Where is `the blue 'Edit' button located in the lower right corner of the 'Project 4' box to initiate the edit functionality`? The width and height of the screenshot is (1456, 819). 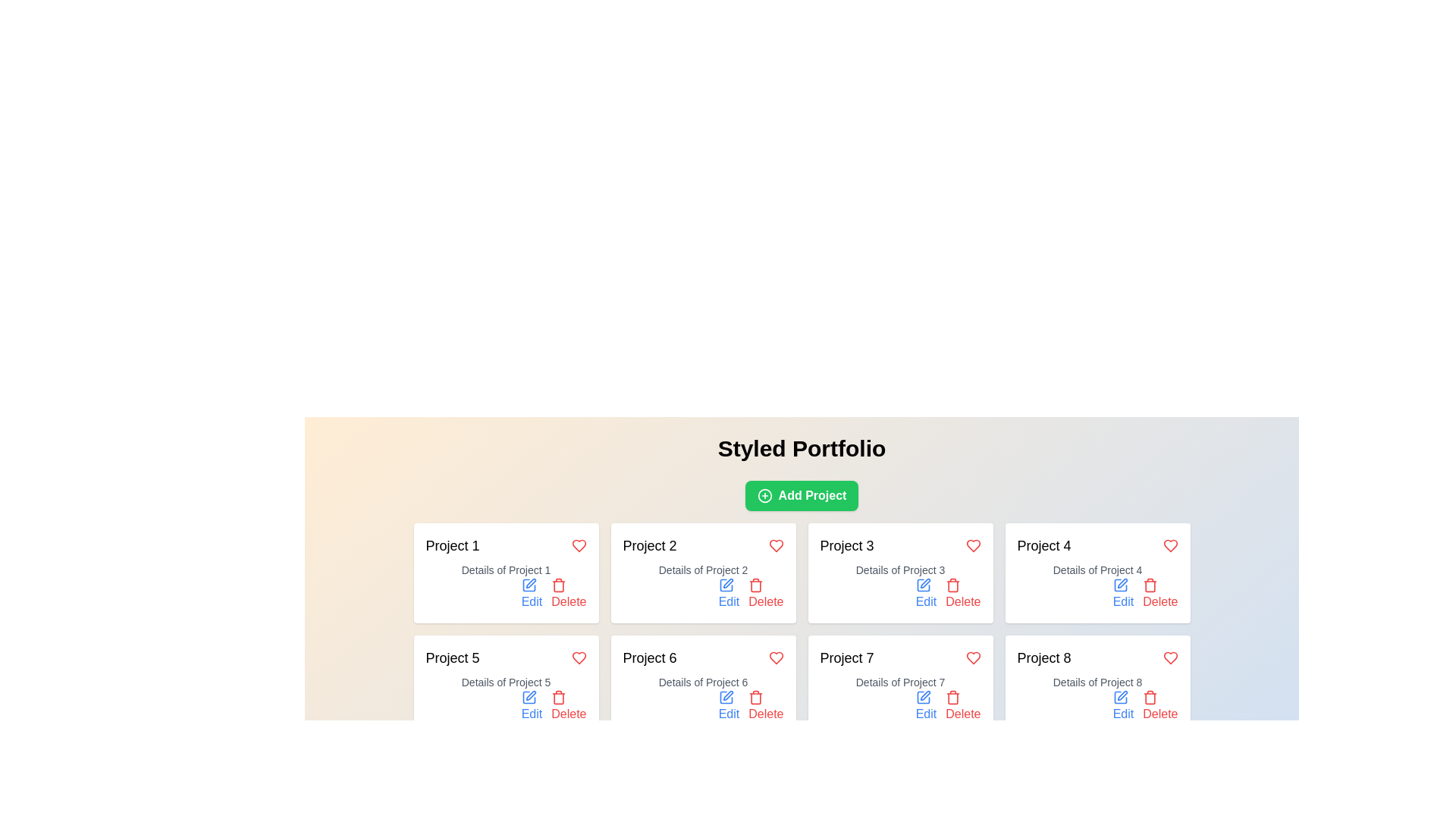
the blue 'Edit' button located in the lower right corner of the 'Project 4' box to initiate the edit functionality is located at coordinates (1123, 593).